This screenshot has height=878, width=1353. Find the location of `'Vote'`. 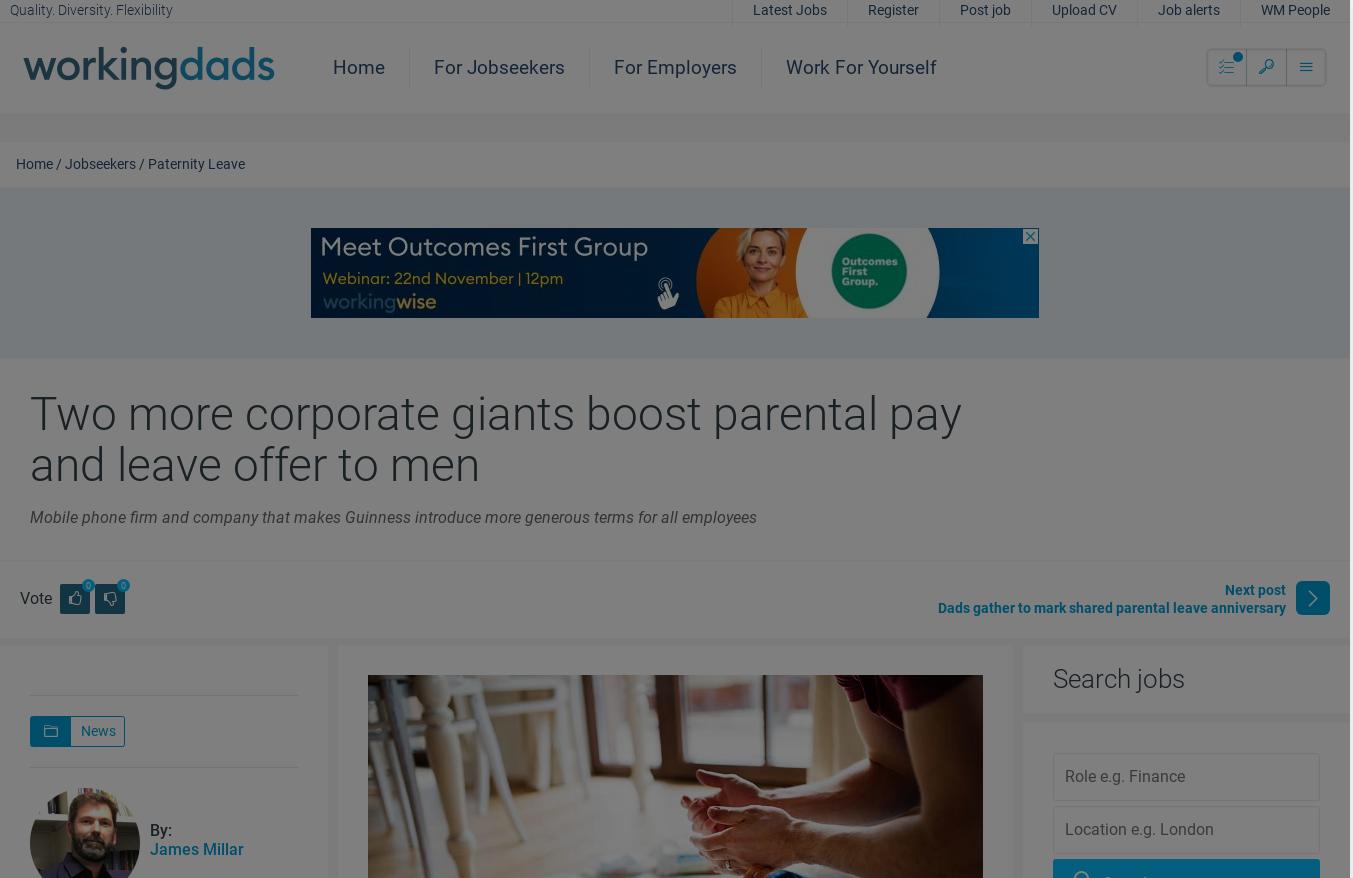

'Vote' is located at coordinates (39, 598).